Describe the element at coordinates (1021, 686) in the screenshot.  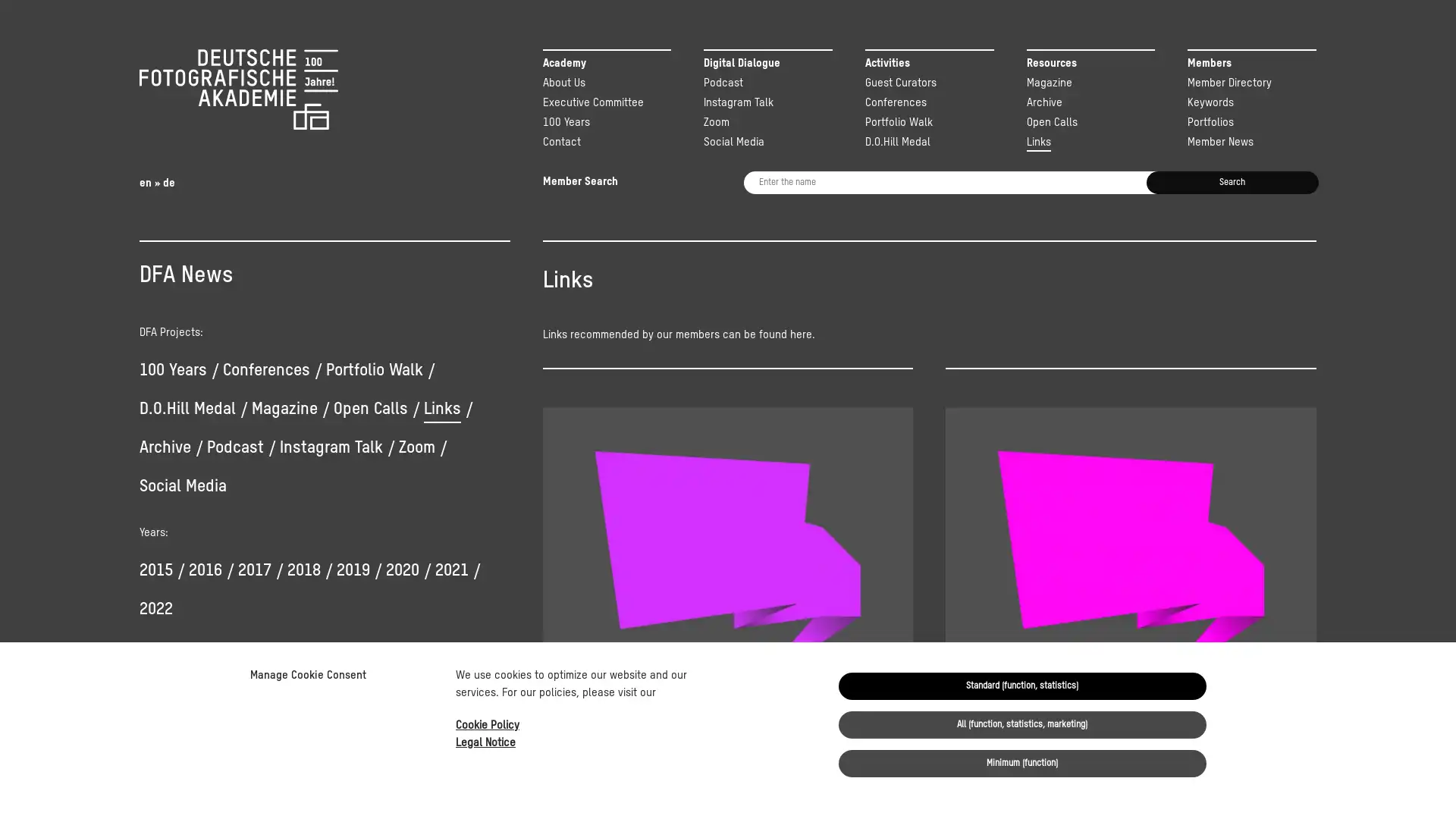
I see `Standard (function, statistics)` at that location.